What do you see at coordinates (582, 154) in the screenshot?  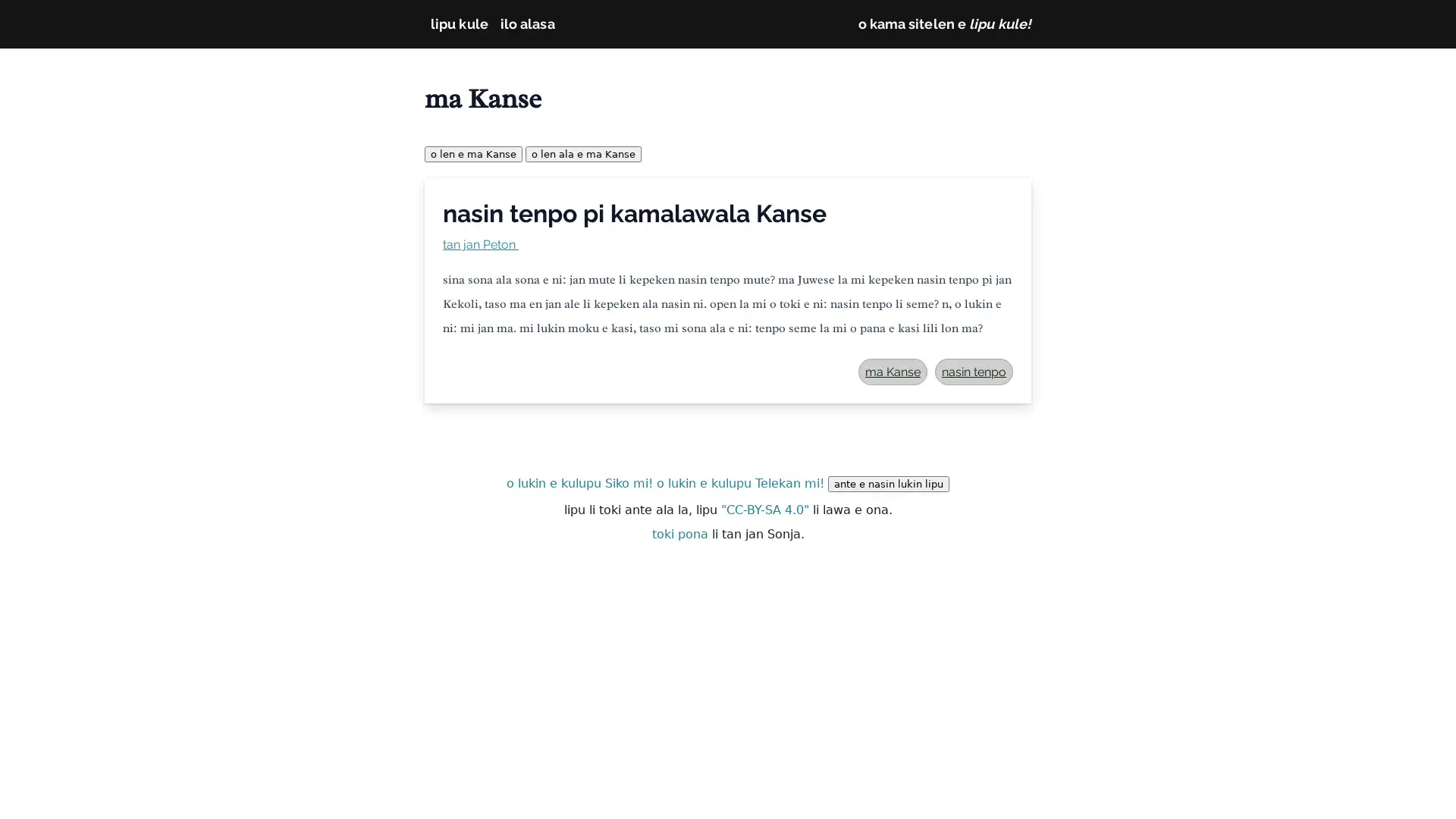 I see `o len ala e ma Kanse` at bounding box center [582, 154].